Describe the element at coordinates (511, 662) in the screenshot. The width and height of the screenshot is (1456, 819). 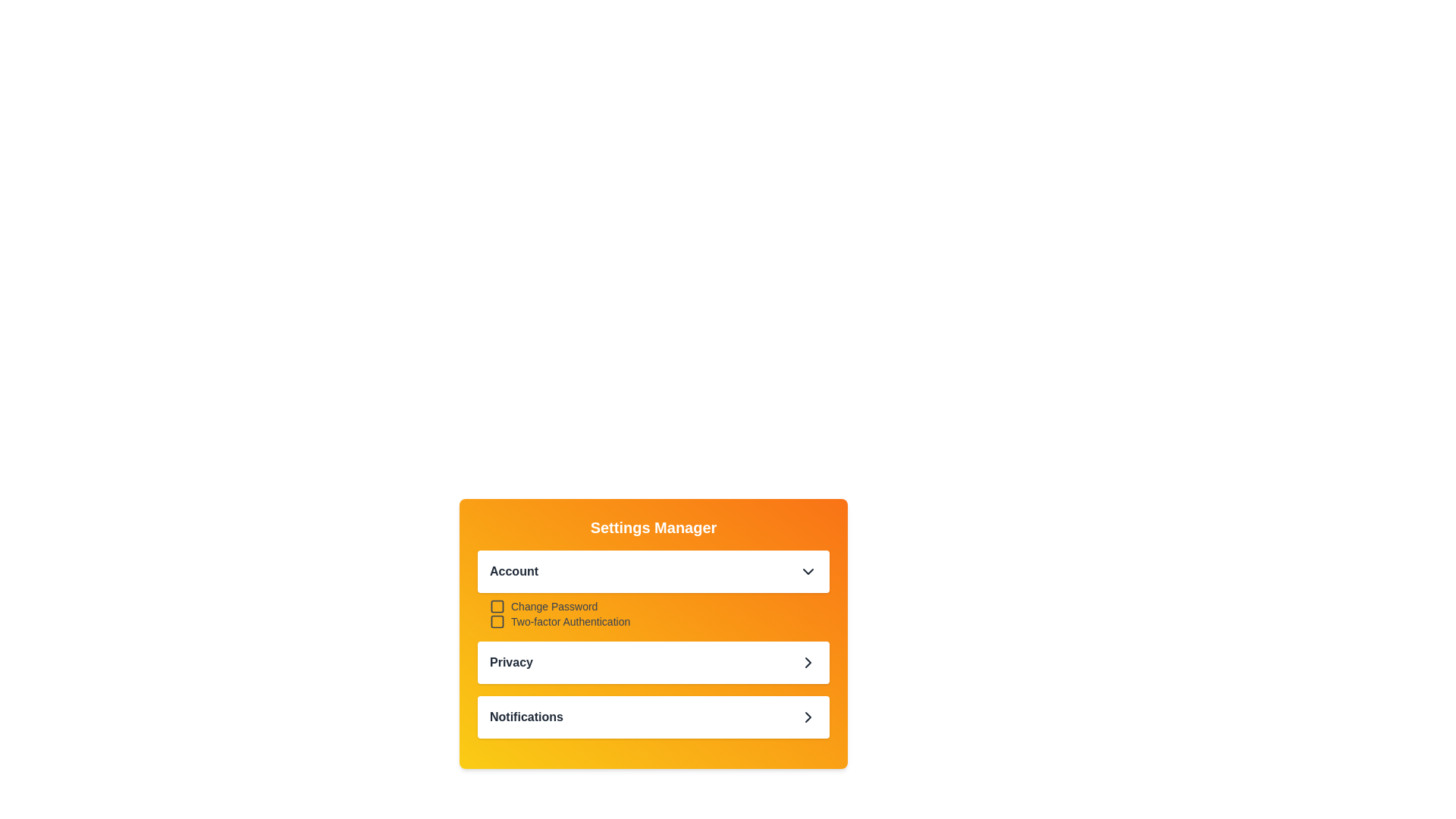
I see `the bolded 'Privacy' label in the Settings Manager section, positioned between 'Account' and 'Notifications'` at that location.